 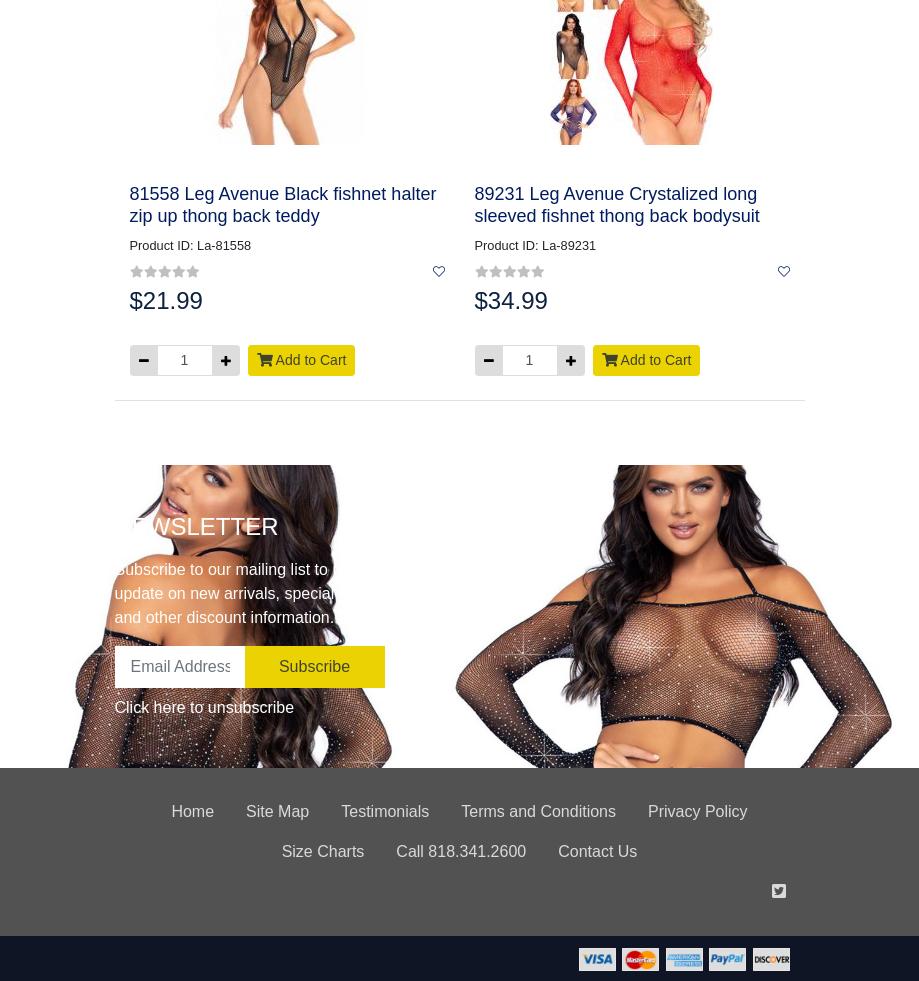 What do you see at coordinates (509, 298) in the screenshot?
I see `'$34.99'` at bounding box center [509, 298].